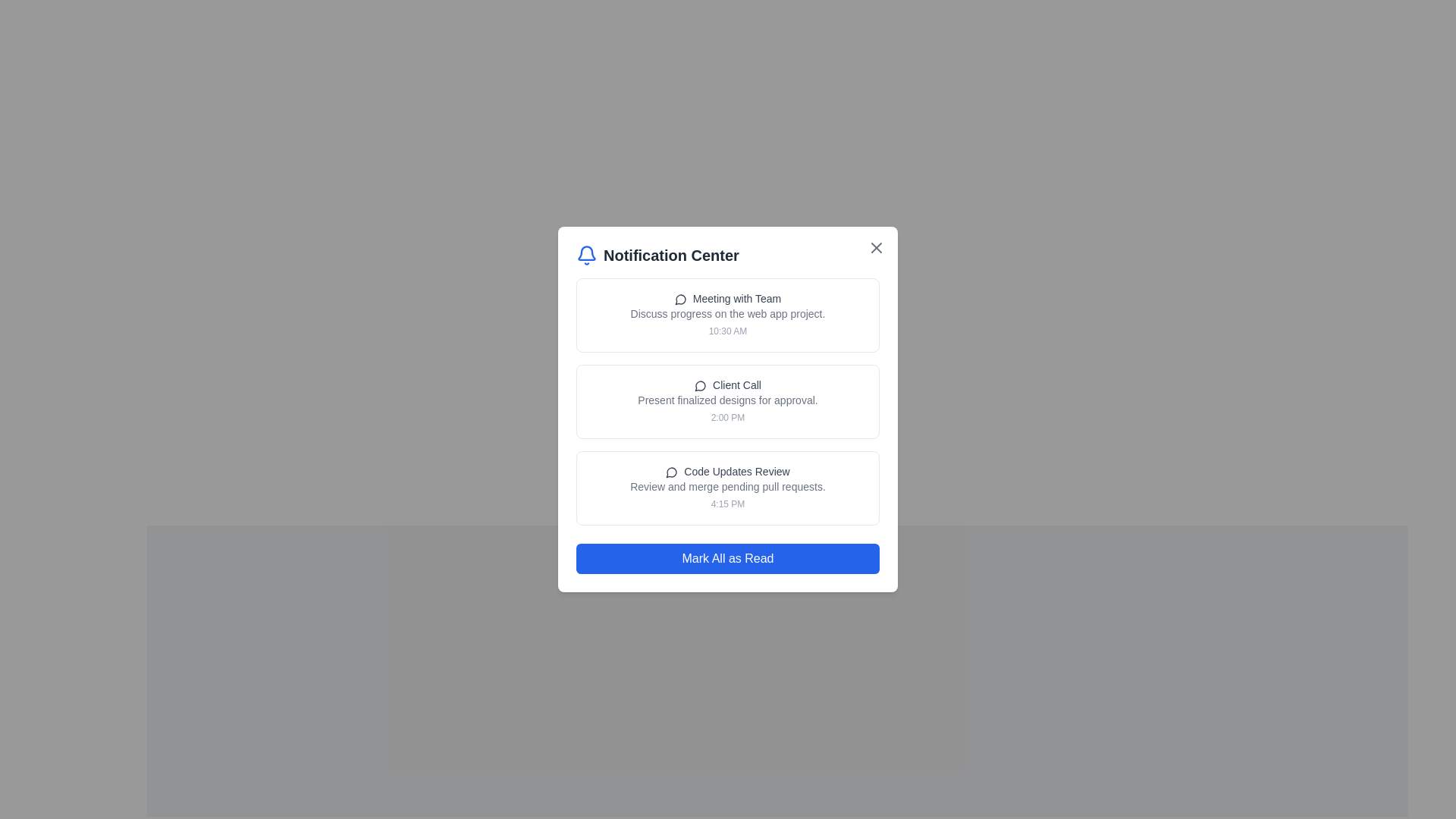  Describe the element at coordinates (728, 298) in the screenshot. I see `text of the notification title located at the top section of the notification list in the Notification Center popup, which is the first item above the description text 'Discuss progress on the web app project.'` at that location.